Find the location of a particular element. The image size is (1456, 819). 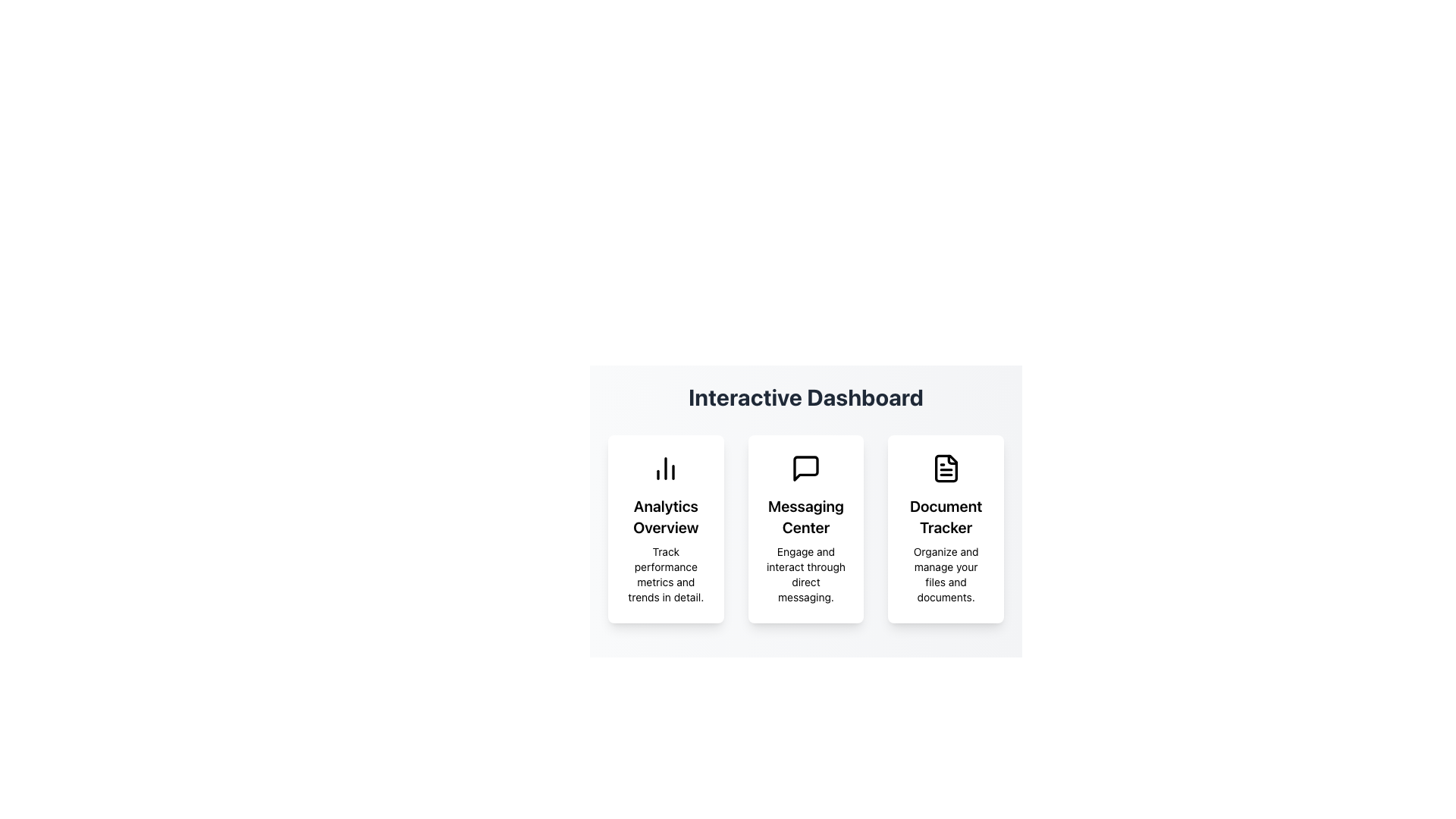

the speech bubble icon located at the top of the 'Messaging Center' card, which is black and has a rectangular shape with a tail pointing towards the lower-left corner is located at coordinates (805, 467).